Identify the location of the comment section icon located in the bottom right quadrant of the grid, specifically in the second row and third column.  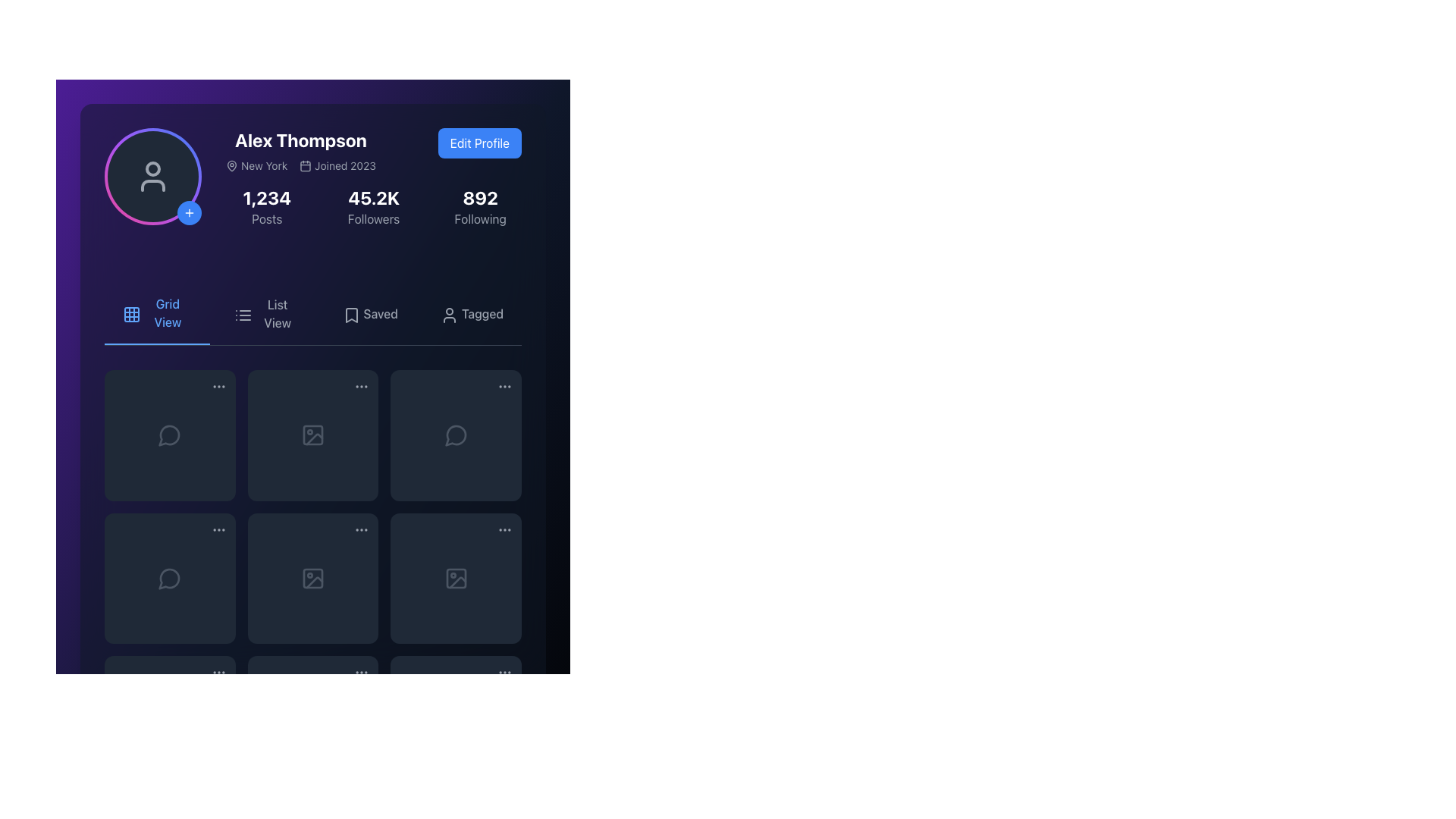
(455, 435).